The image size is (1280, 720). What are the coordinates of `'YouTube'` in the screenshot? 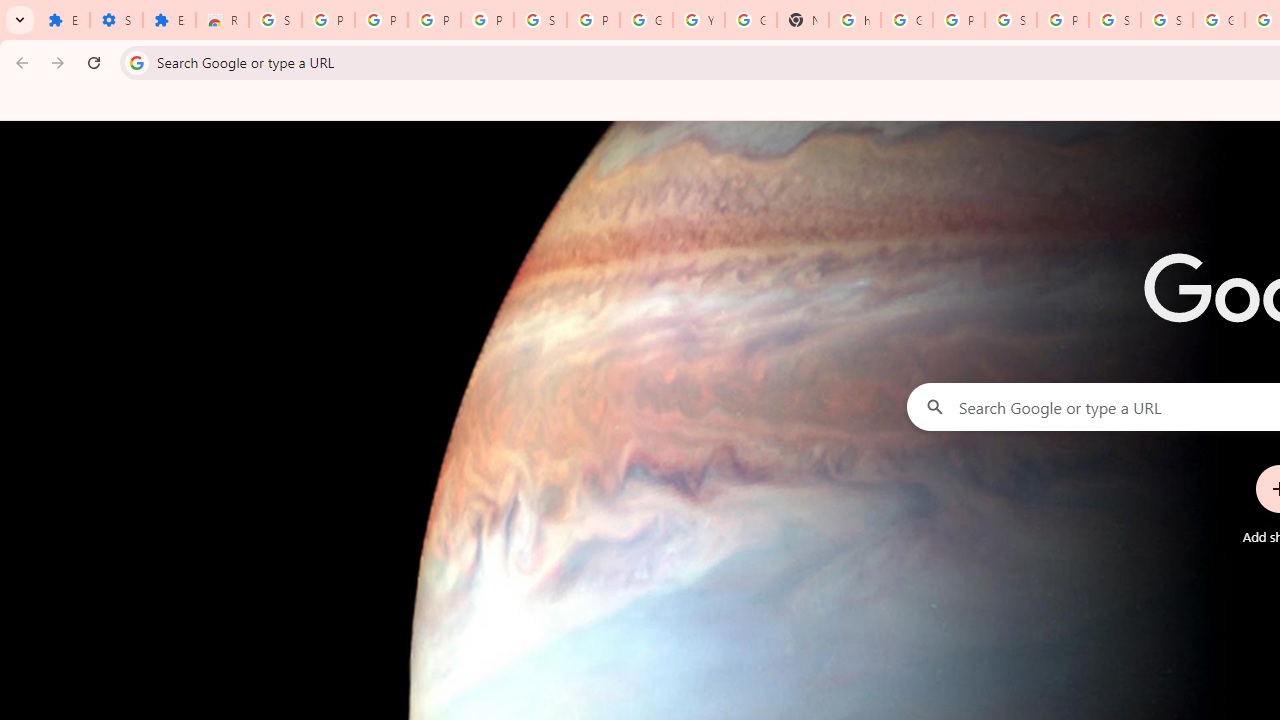 It's located at (698, 20).